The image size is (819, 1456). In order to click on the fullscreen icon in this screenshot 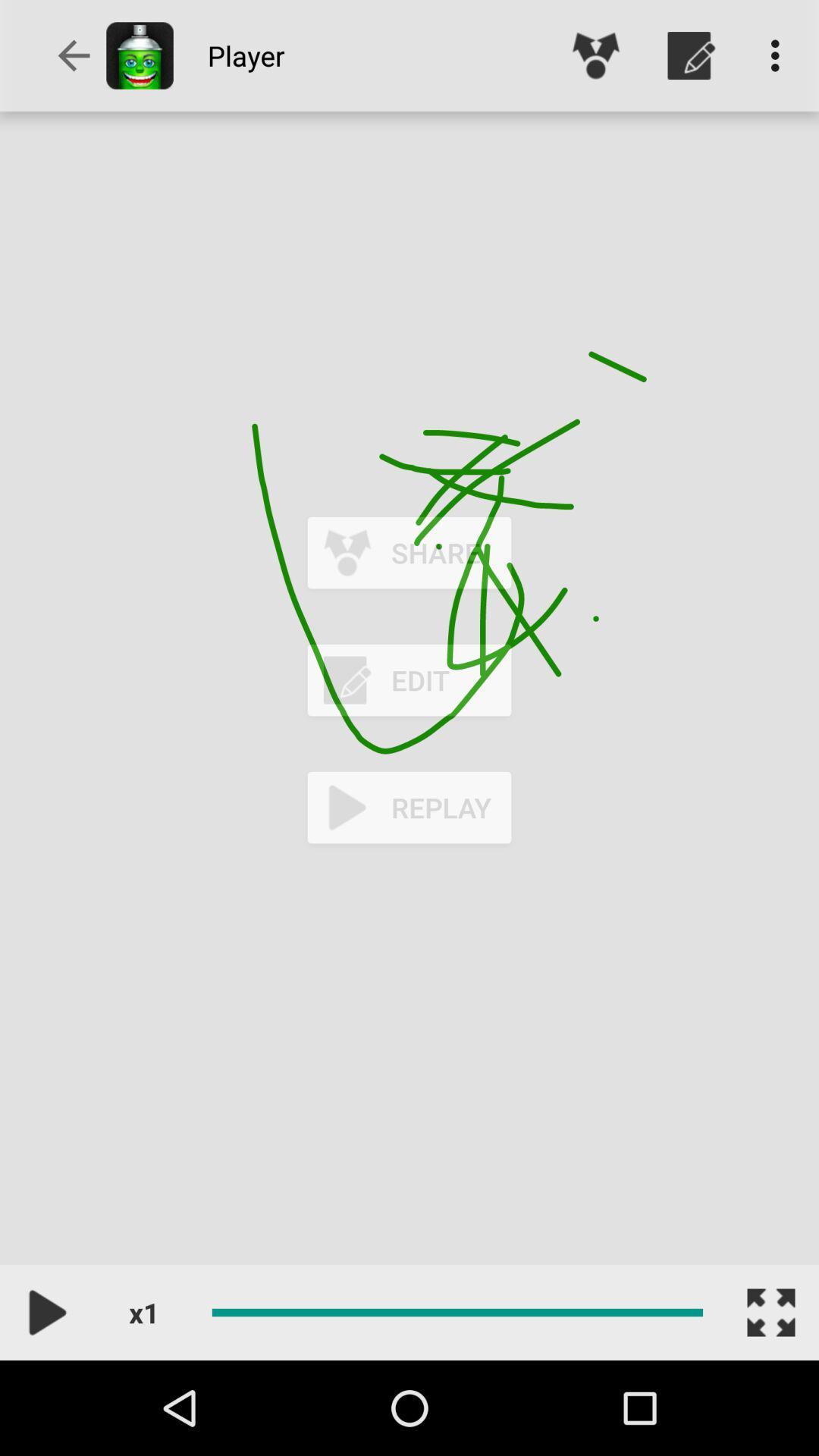, I will do `click(771, 1312)`.